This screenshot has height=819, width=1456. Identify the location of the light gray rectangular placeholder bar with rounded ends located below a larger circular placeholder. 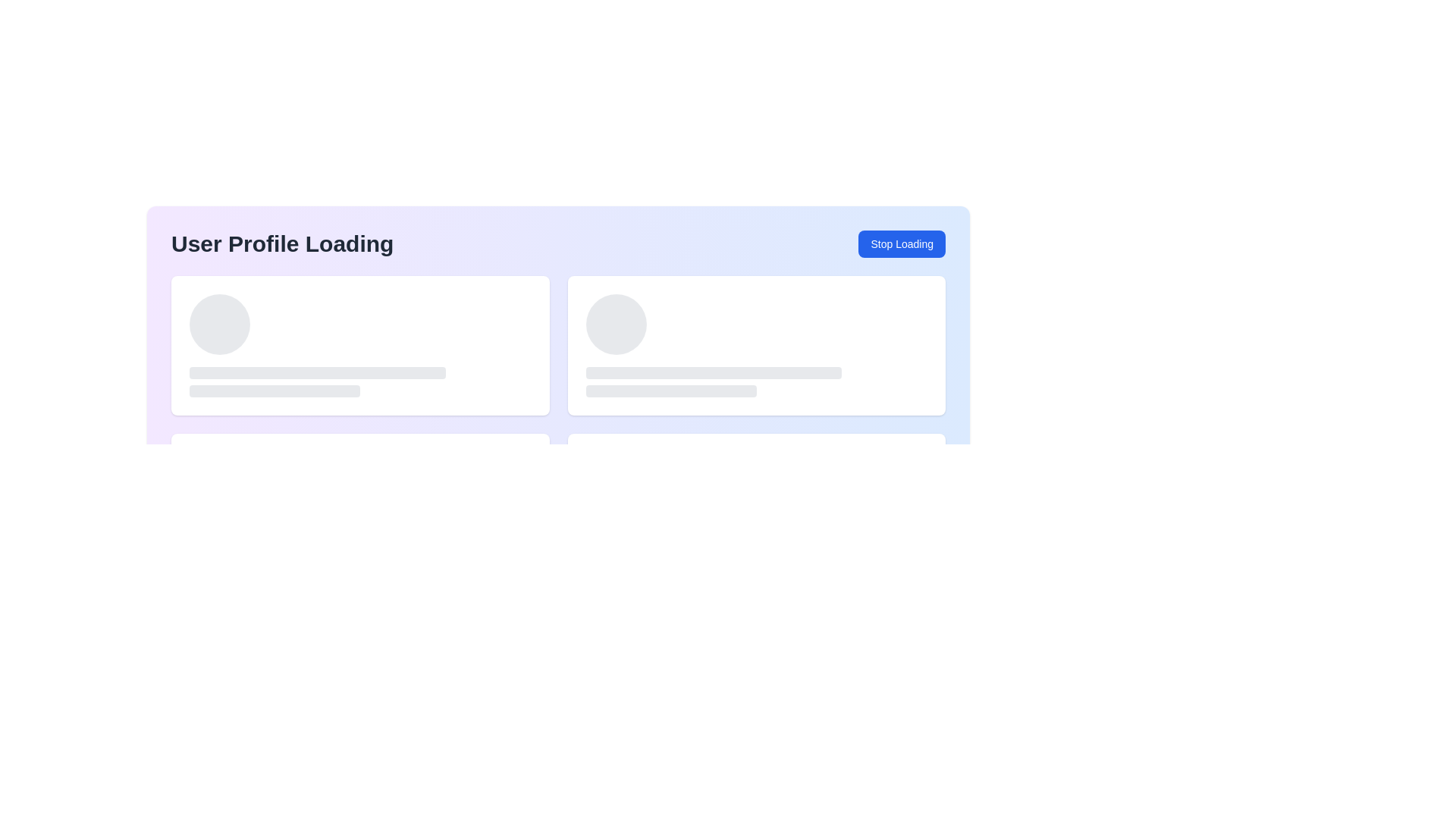
(316, 373).